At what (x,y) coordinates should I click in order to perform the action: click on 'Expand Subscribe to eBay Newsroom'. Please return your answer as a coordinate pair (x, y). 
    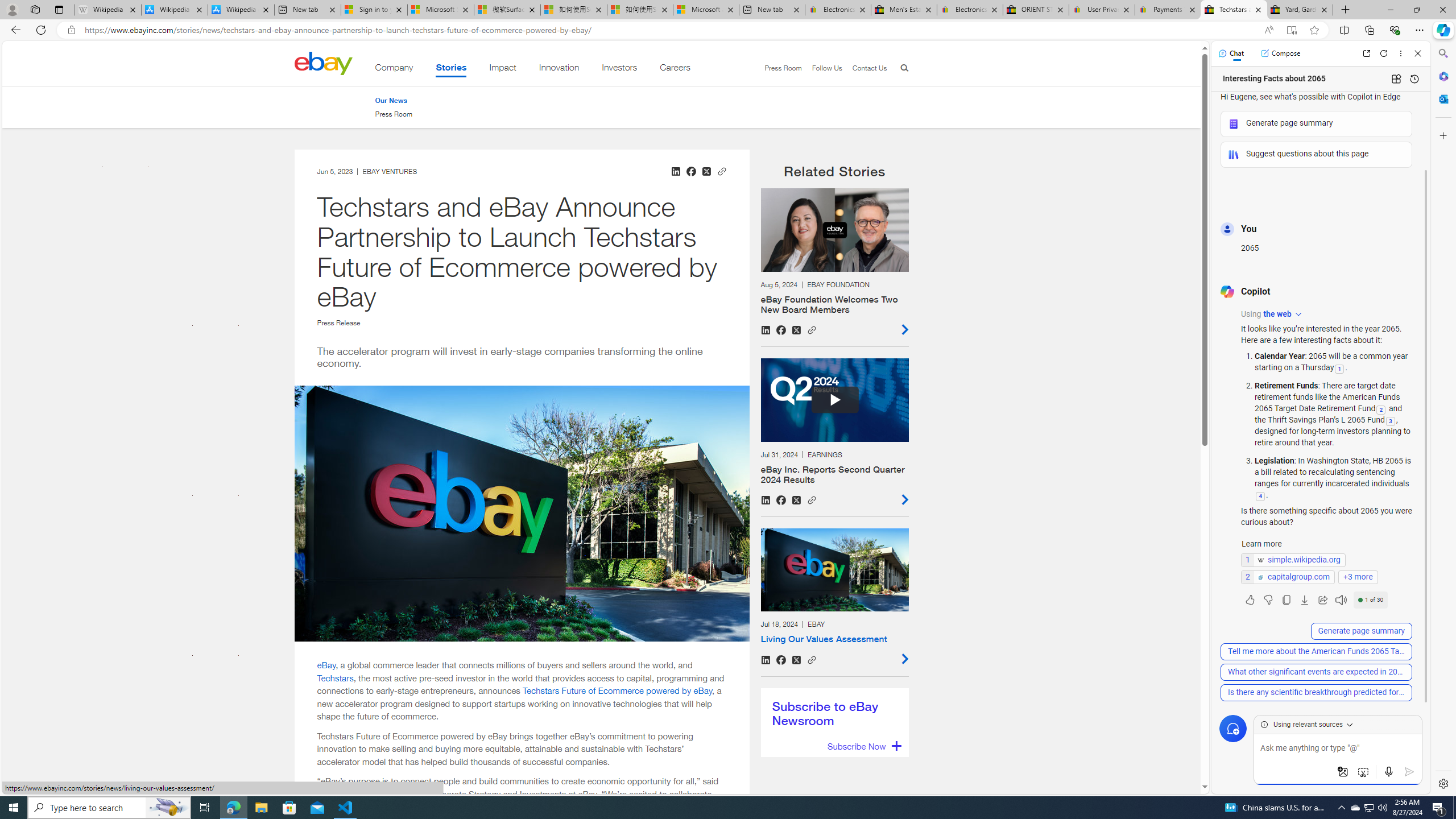
    Looking at the image, I should click on (863, 745).